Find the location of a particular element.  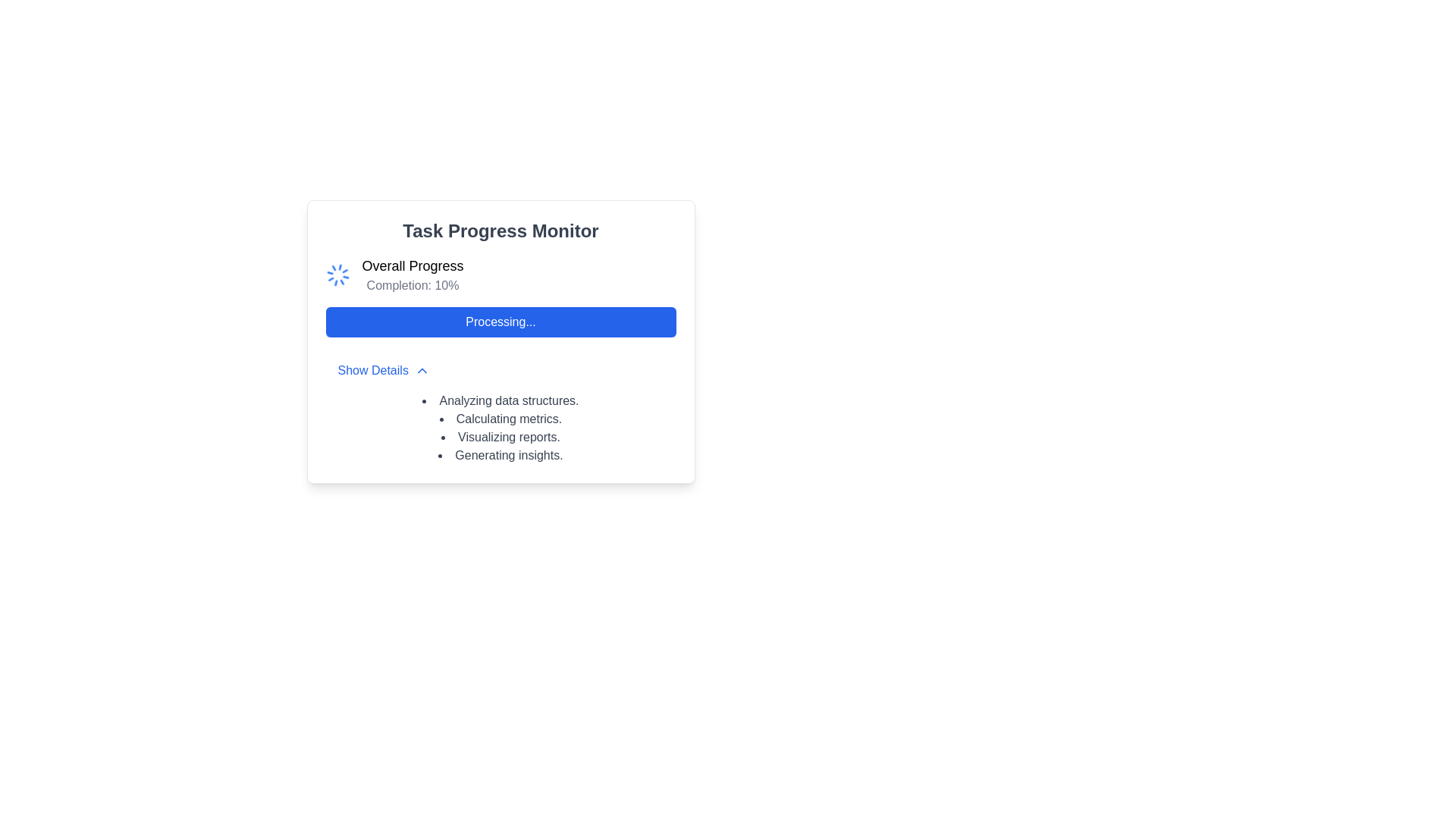

the informational label displaying 'Overall Progress' and 'Completion: 0%' which indicates progress status is located at coordinates (413, 275).